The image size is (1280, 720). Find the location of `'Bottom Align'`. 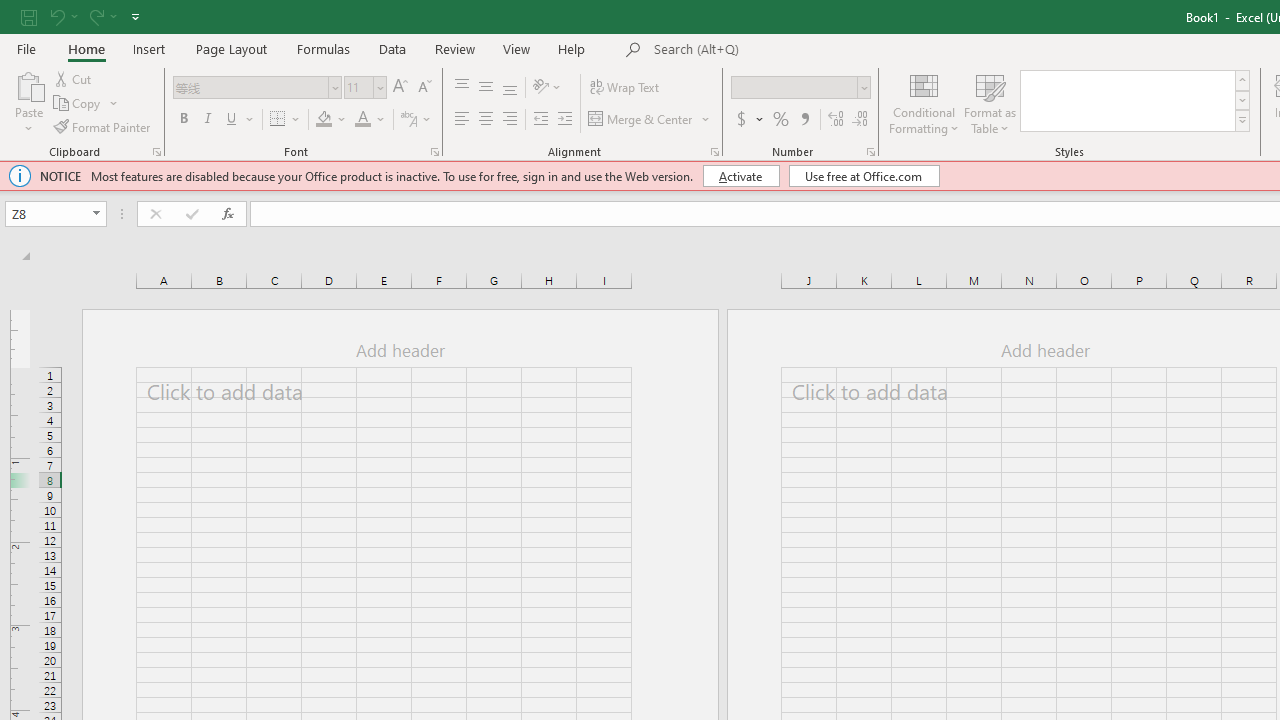

'Bottom Align' is located at coordinates (510, 86).